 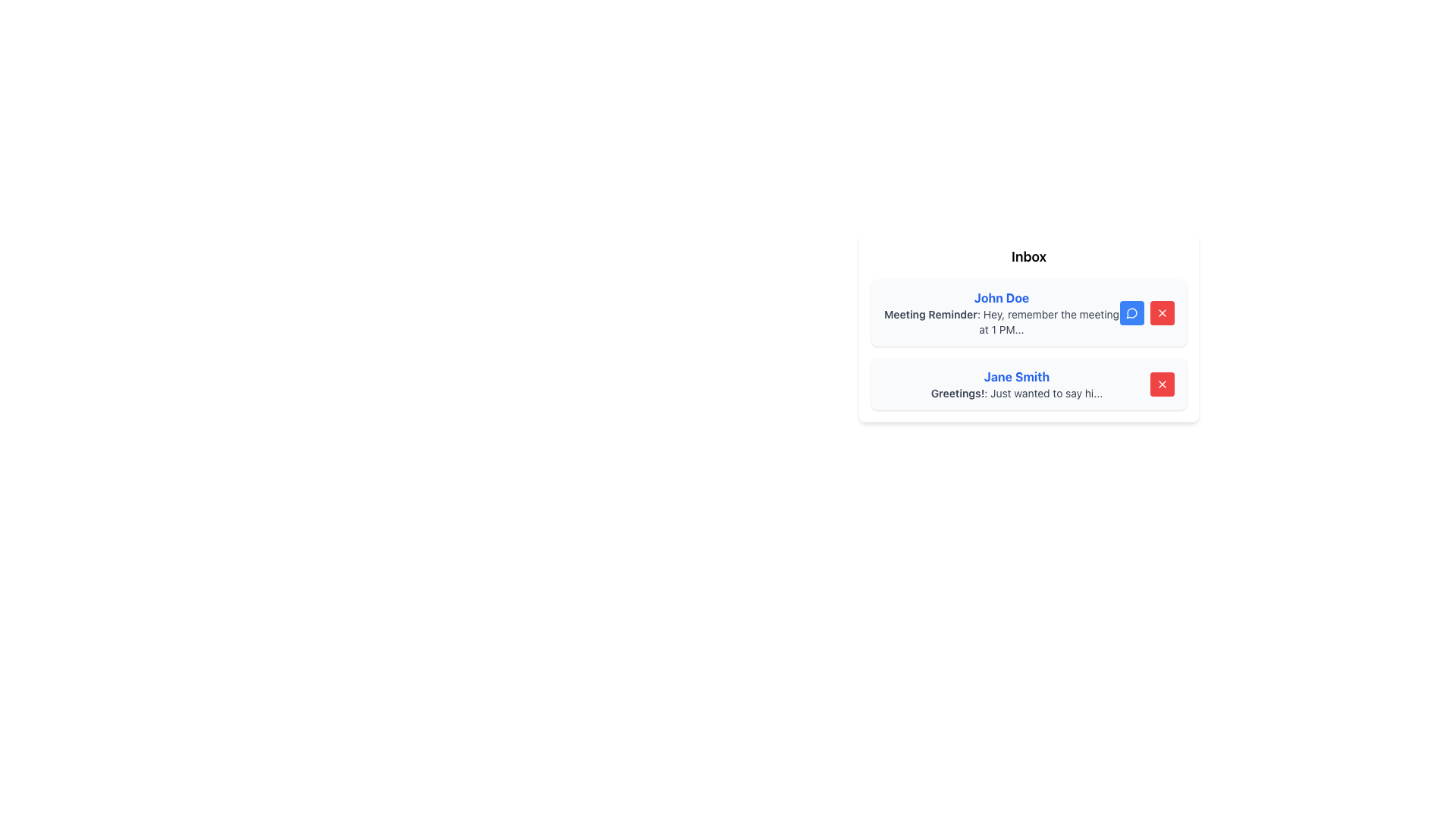 I want to click on the text block displaying a preview of a message from a sender in the top section of the inbox list, so click(x=1001, y=312).